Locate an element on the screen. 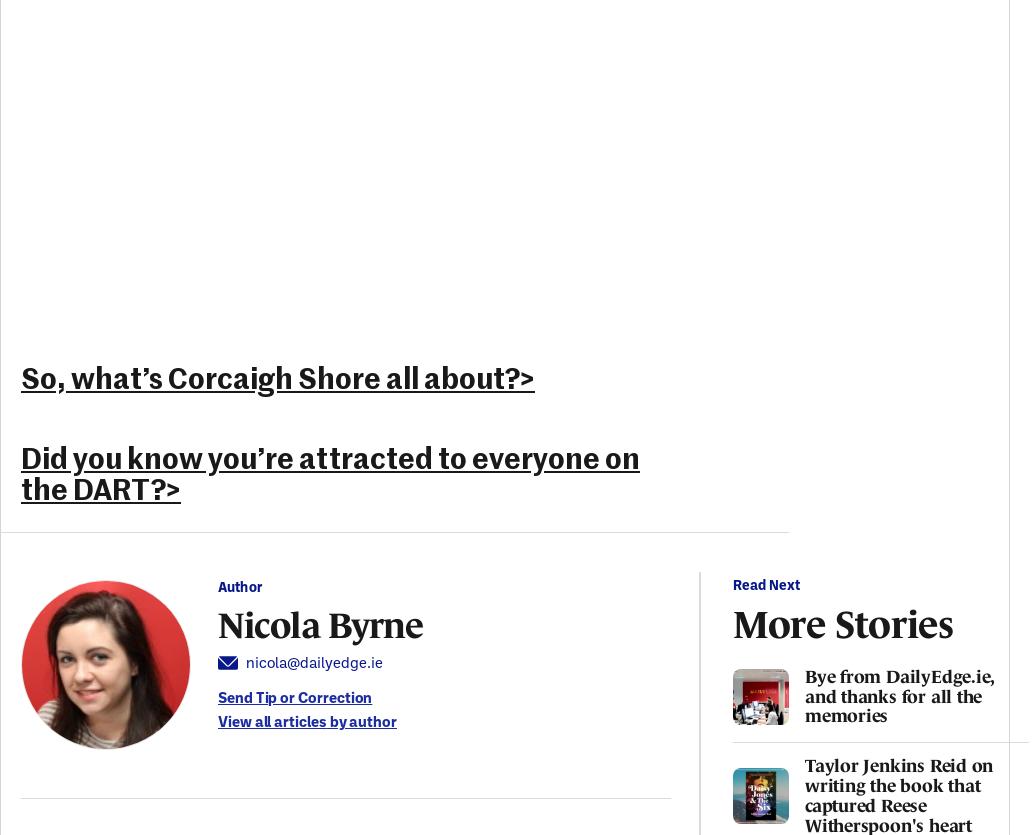 The width and height of the screenshot is (1034, 835). 'More Stories' is located at coordinates (842, 621).